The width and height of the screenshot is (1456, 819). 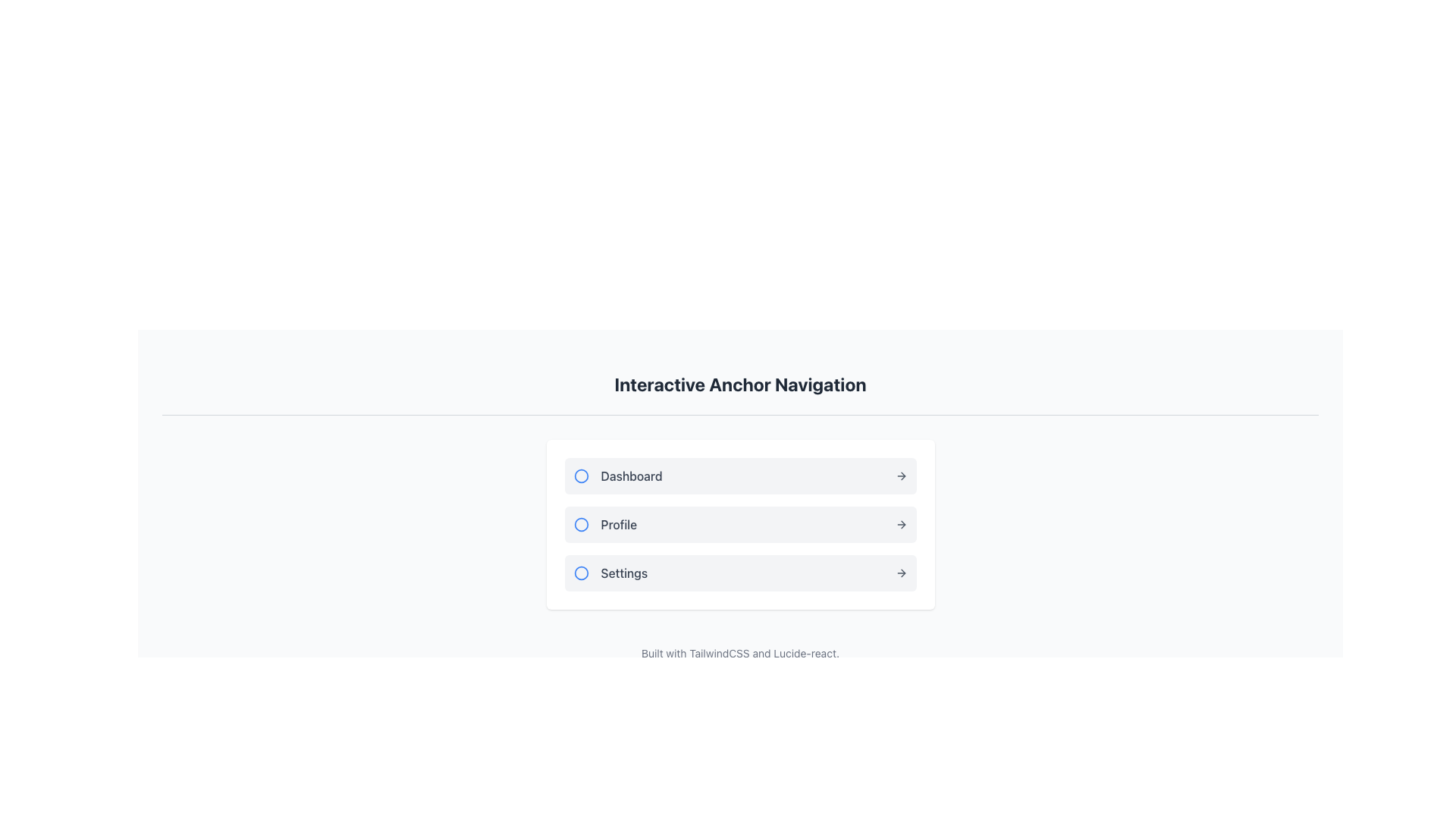 What do you see at coordinates (610, 573) in the screenshot?
I see `the text label that identifies the menu option as 'Settings', located as the third item in the list with a blue circular selection icon to its left and a gray arrow icon to its right` at bounding box center [610, 573].